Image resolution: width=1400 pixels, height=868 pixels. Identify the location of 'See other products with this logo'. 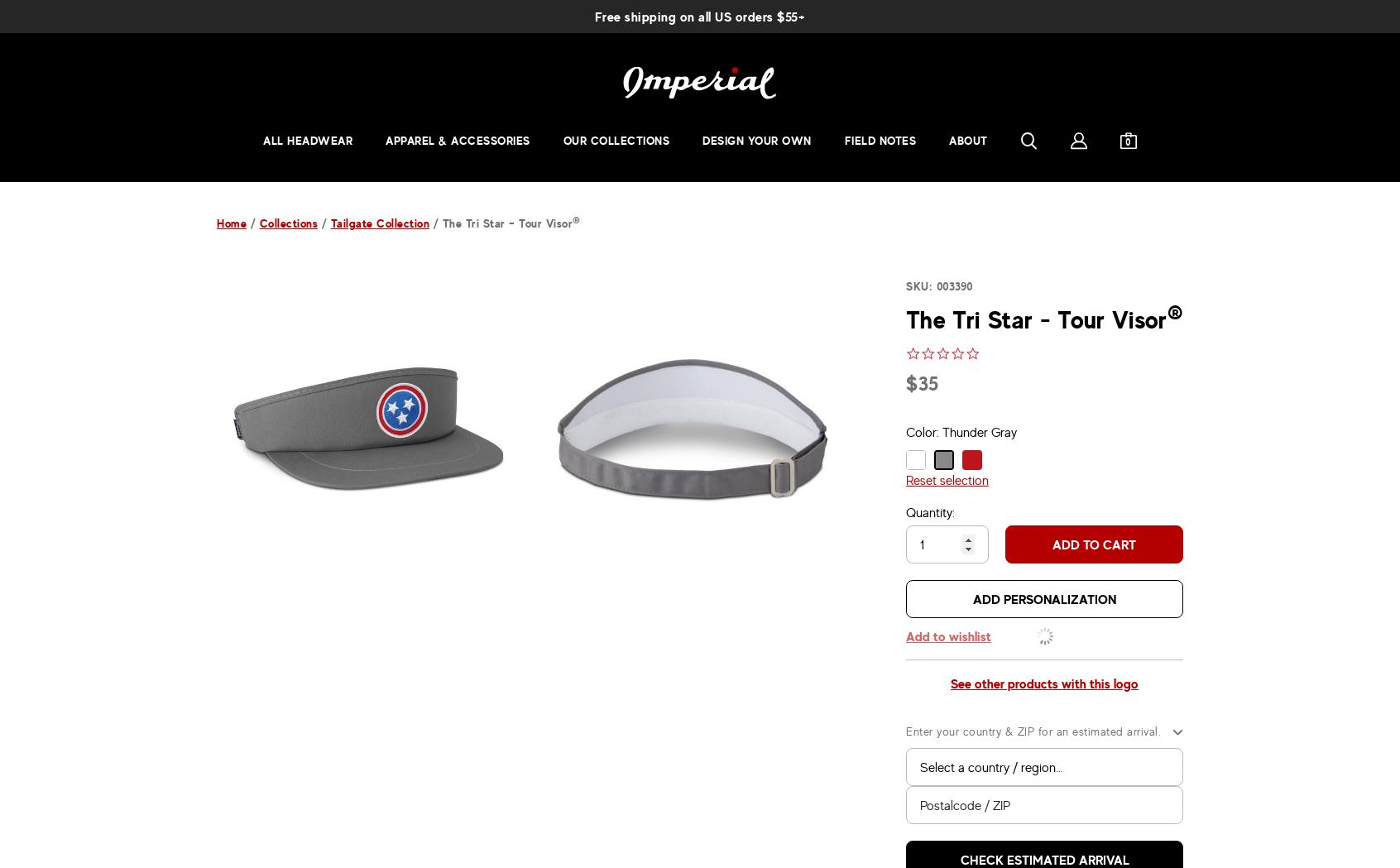
(1044, 682).